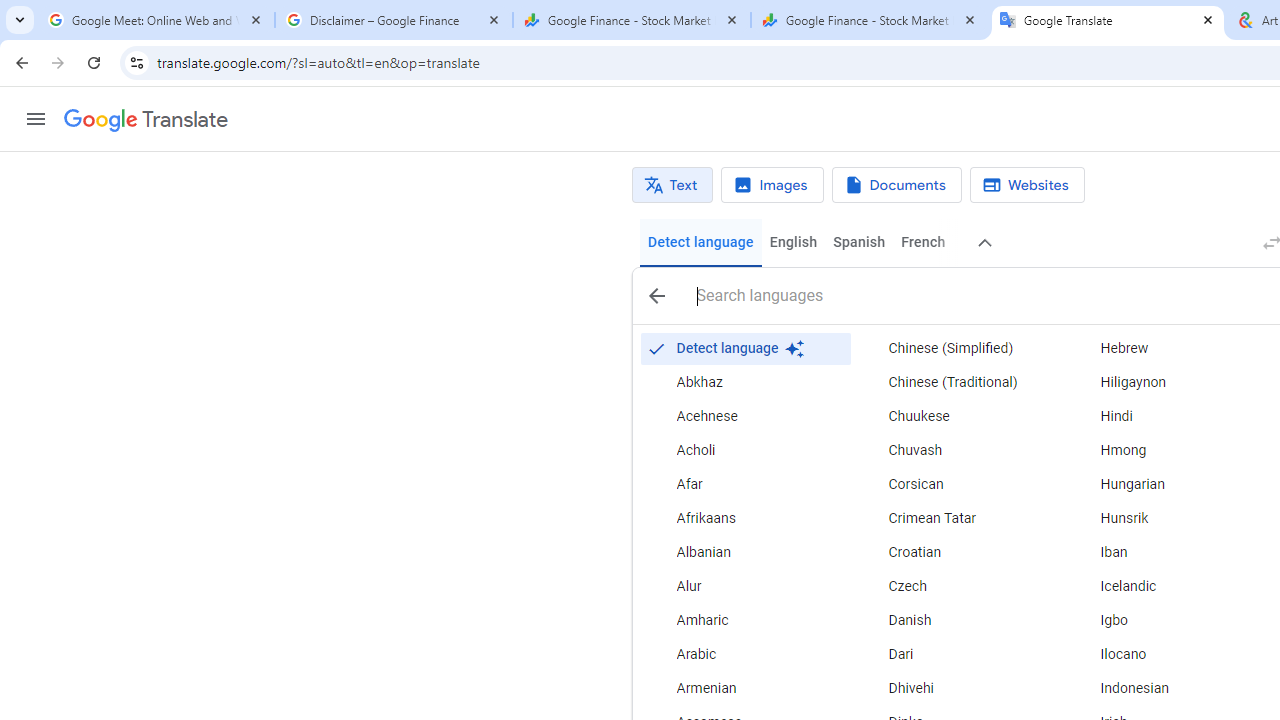 This screenshot has width=1280, height=720. Describe the element at coordinates (1169, 415) in the screenshot. I see `'Hindi'` at that location.